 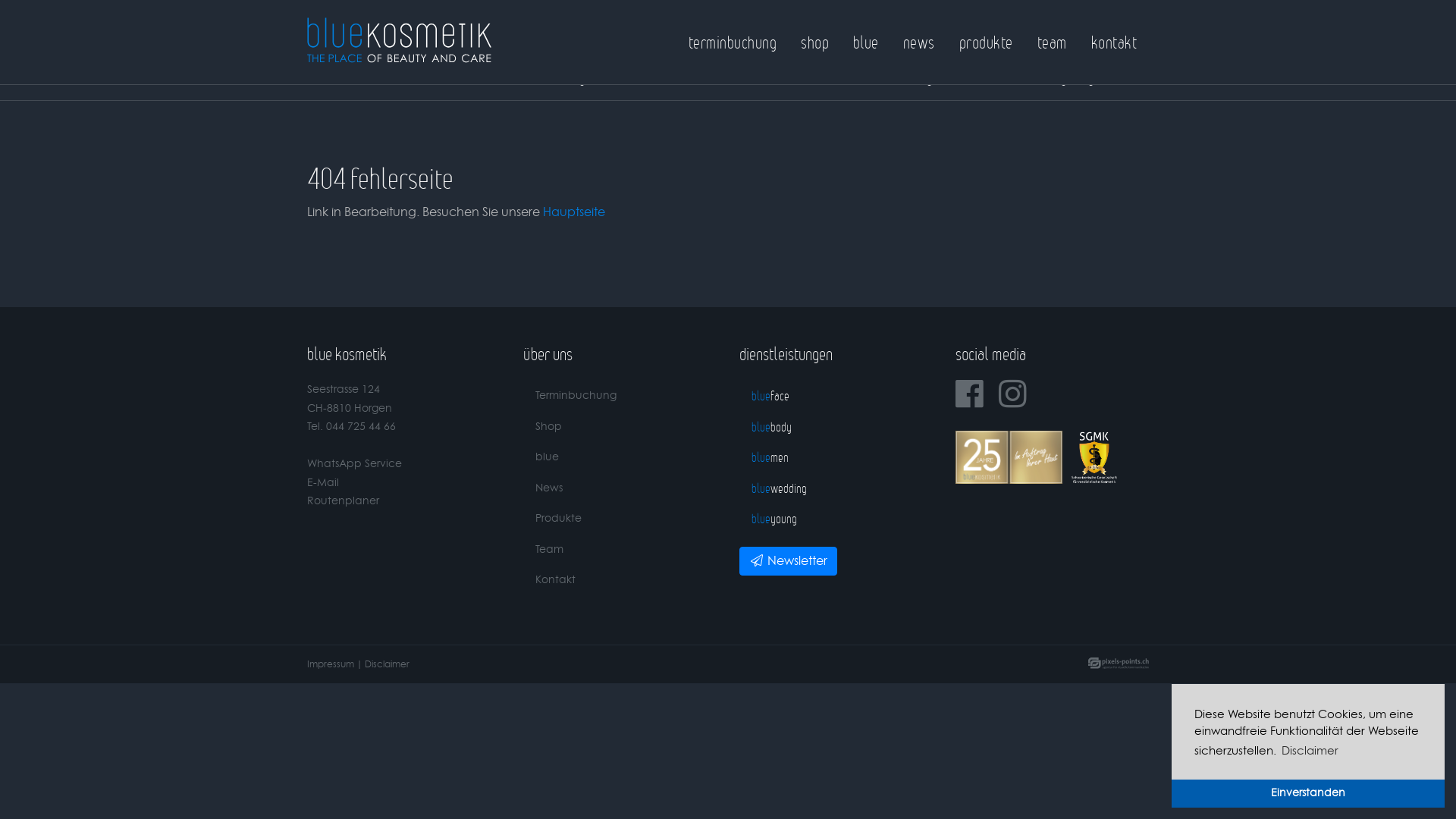 What do you see at coordinates (342, 500) in the screenshot?
I see `'Routenplaner'` at bounding box center [342, 500].